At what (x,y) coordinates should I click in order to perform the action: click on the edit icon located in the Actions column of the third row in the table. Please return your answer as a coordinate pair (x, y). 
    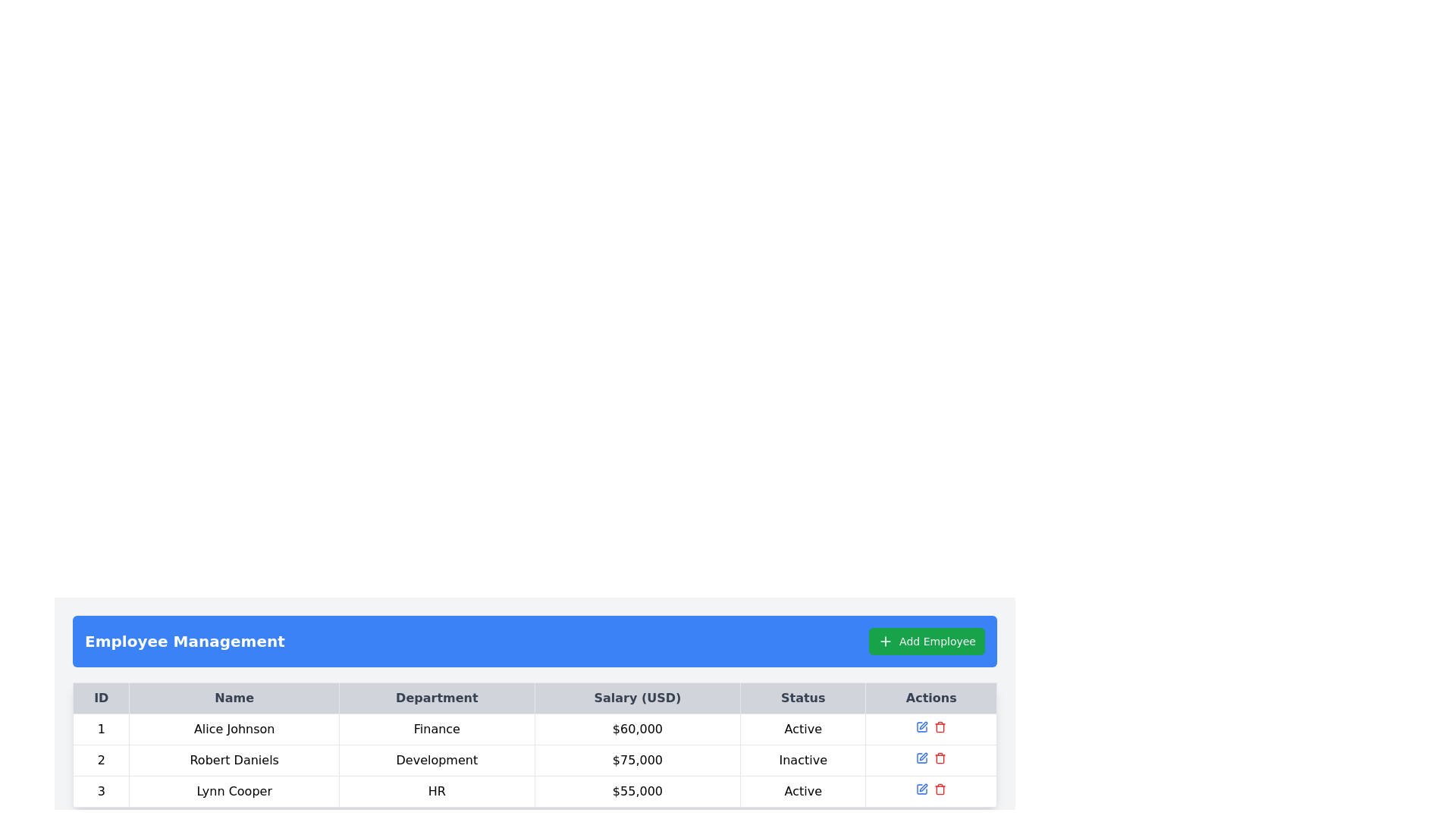
    Looking at the image, I should click on (921, 758).